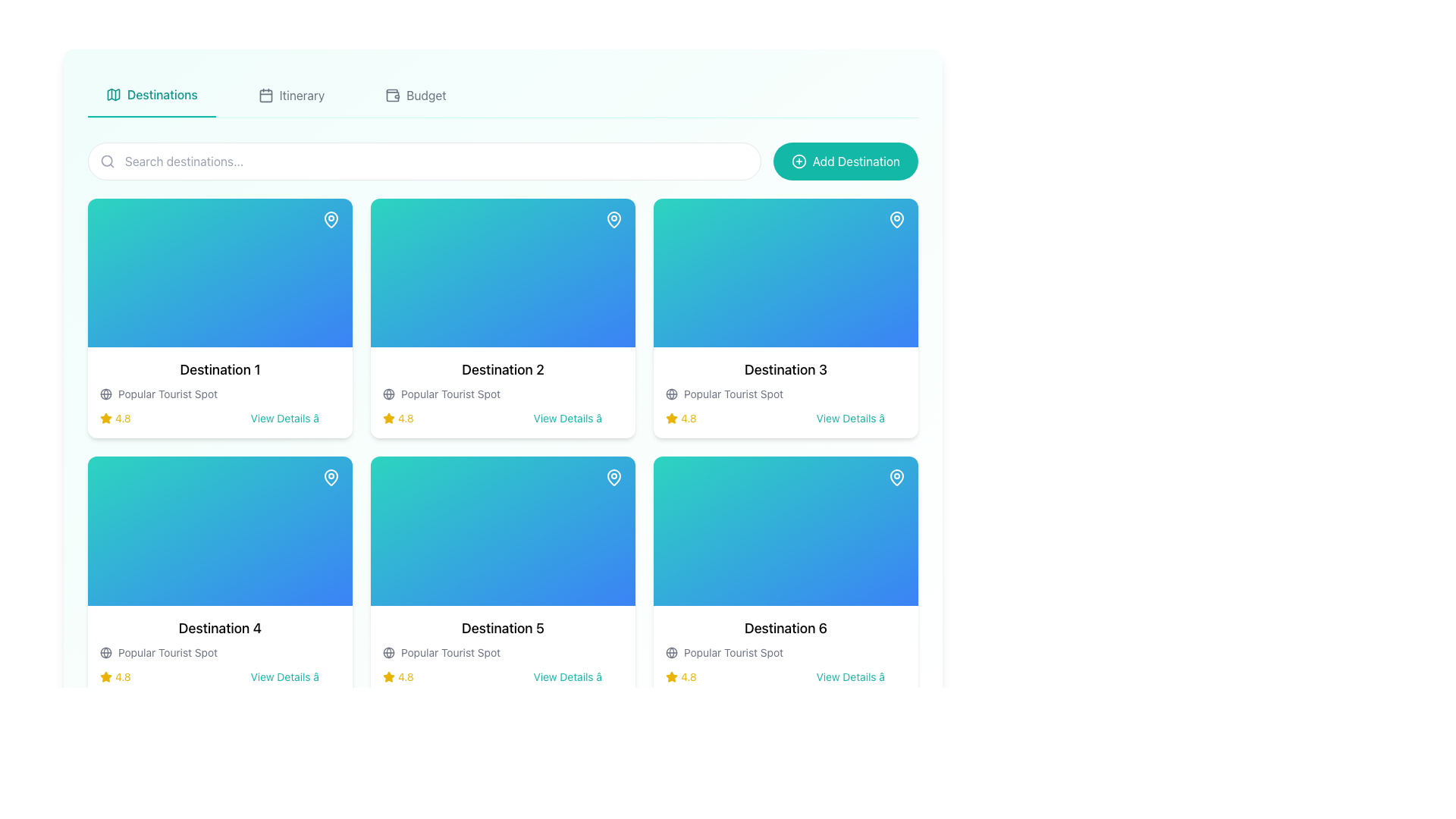 The image size is (1456, 819). Describe the element at coordinates (406, 676) in the screenshot. I see `the numeric rating score (4.8) displayed at the bottom-left corner of the 'Destination 5' card, which is next to a yellow star icon` at that location.